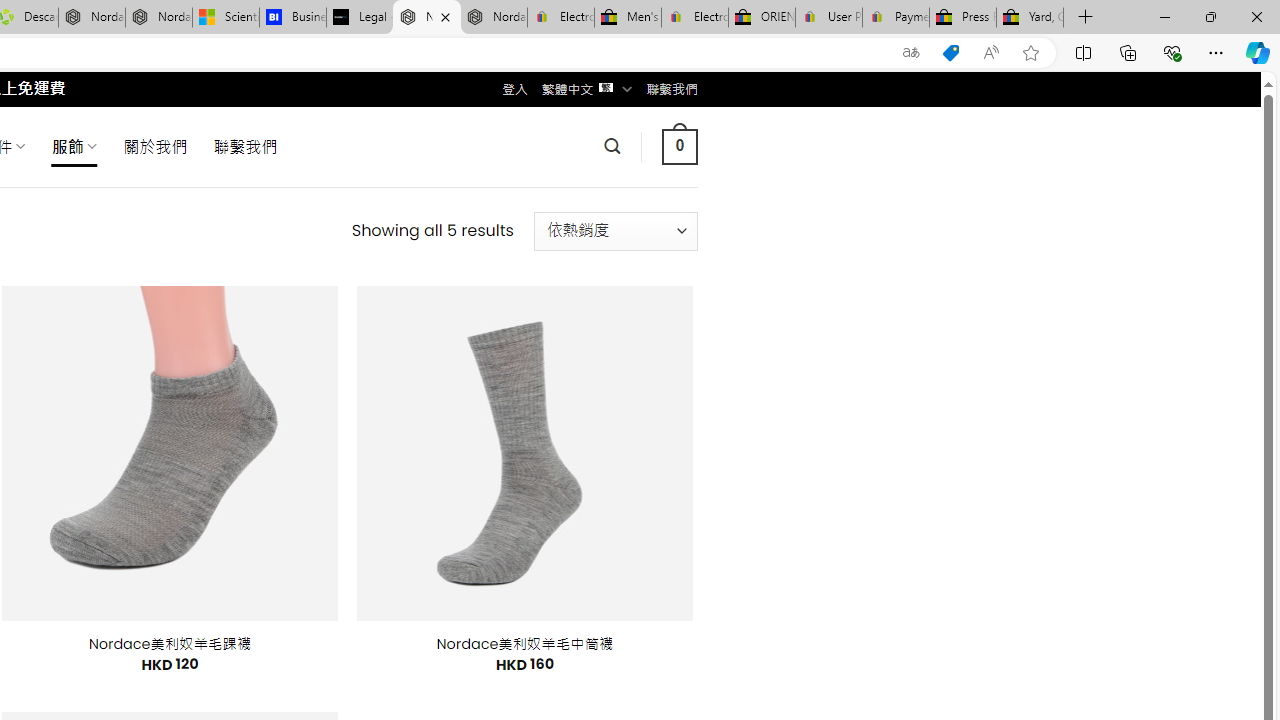 This screenshot has width=1280, height=720. I want to click on '  0  ', so click(679, 145).